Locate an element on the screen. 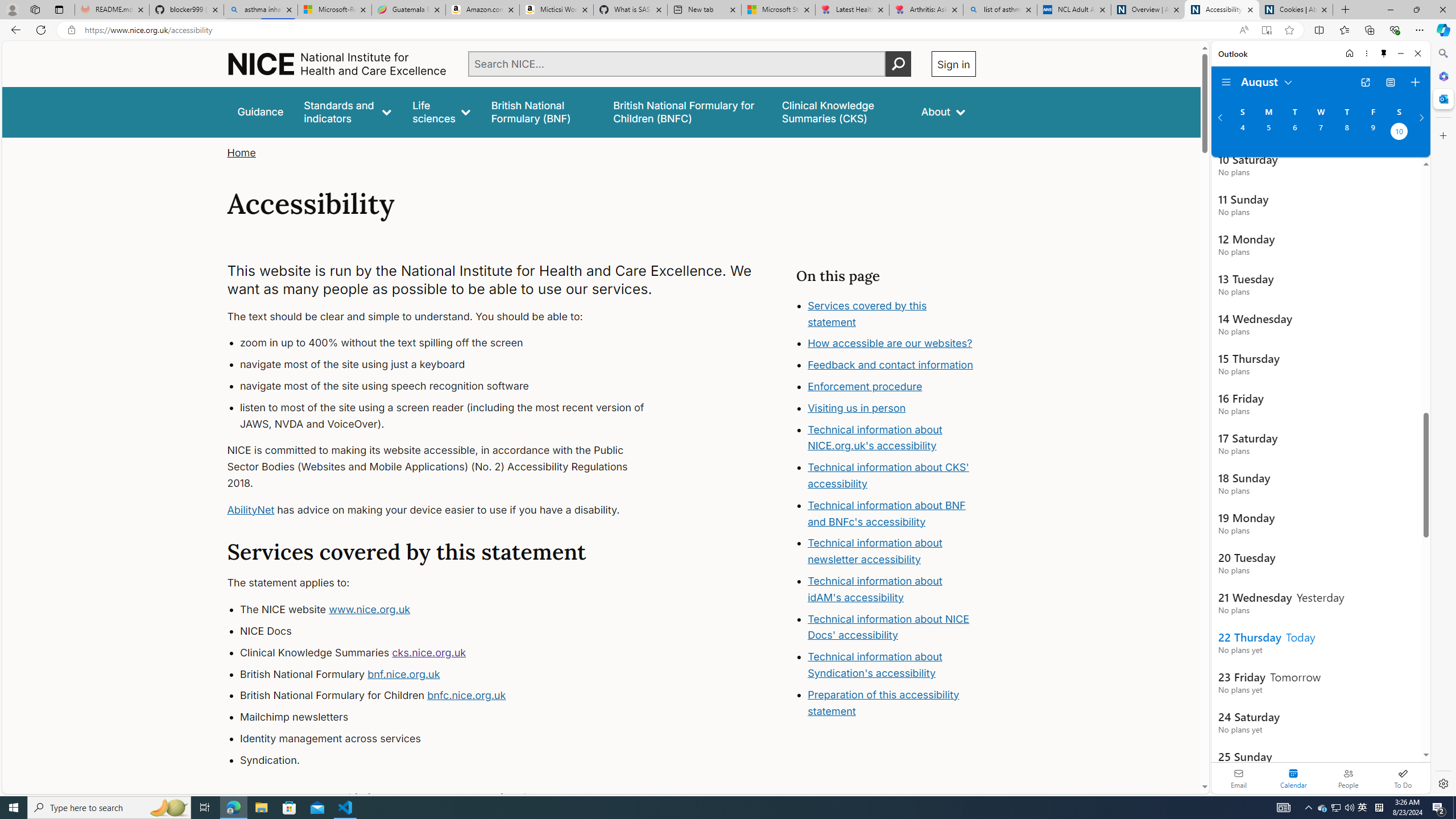  'Monday, August 5, 2024. ' is located at coordinates (1268, 133).